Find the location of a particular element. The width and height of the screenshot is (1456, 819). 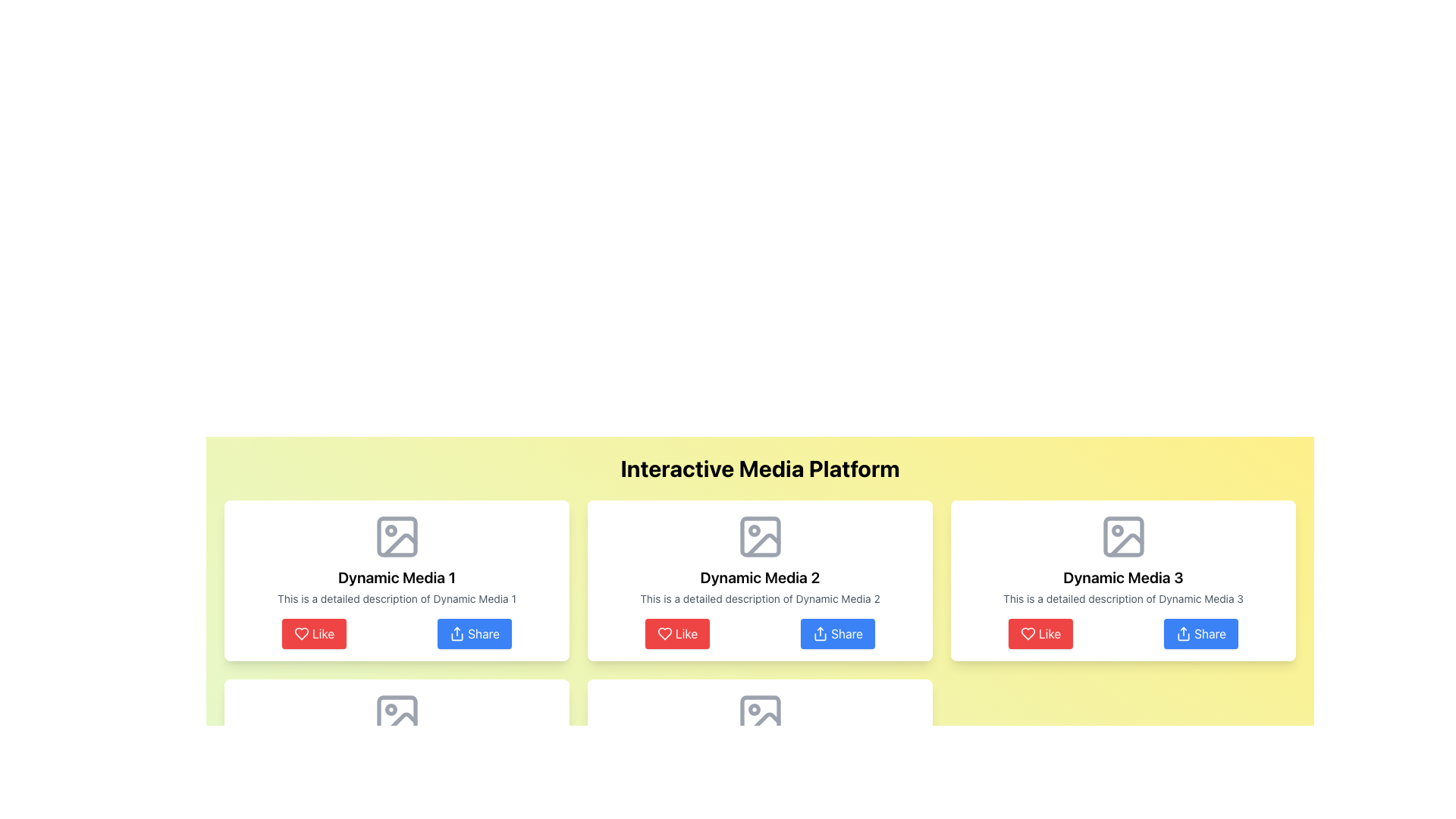

the content display element that features a gray image icon above the text 'Dynamic Media 3' and a description below it, located on the third card in a horizontal layout with a yellow background is located at coordinates (1123, 559).